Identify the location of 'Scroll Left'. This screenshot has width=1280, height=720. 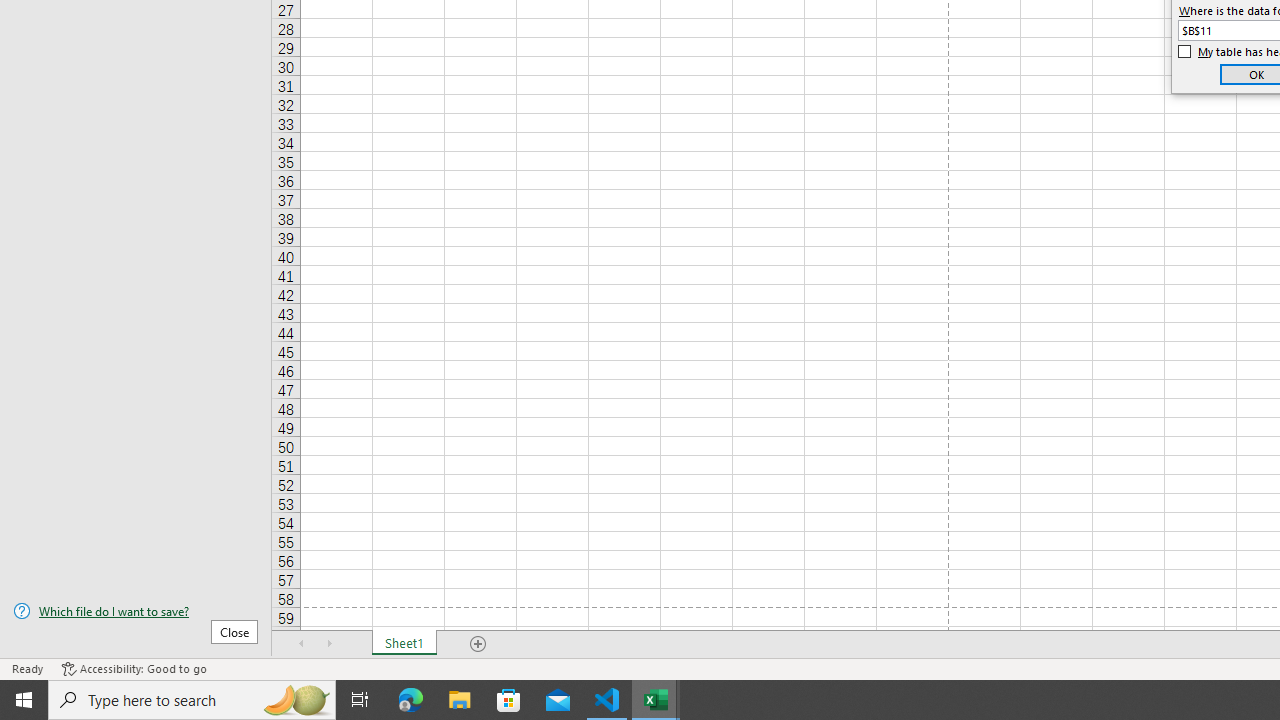
(301, 644).